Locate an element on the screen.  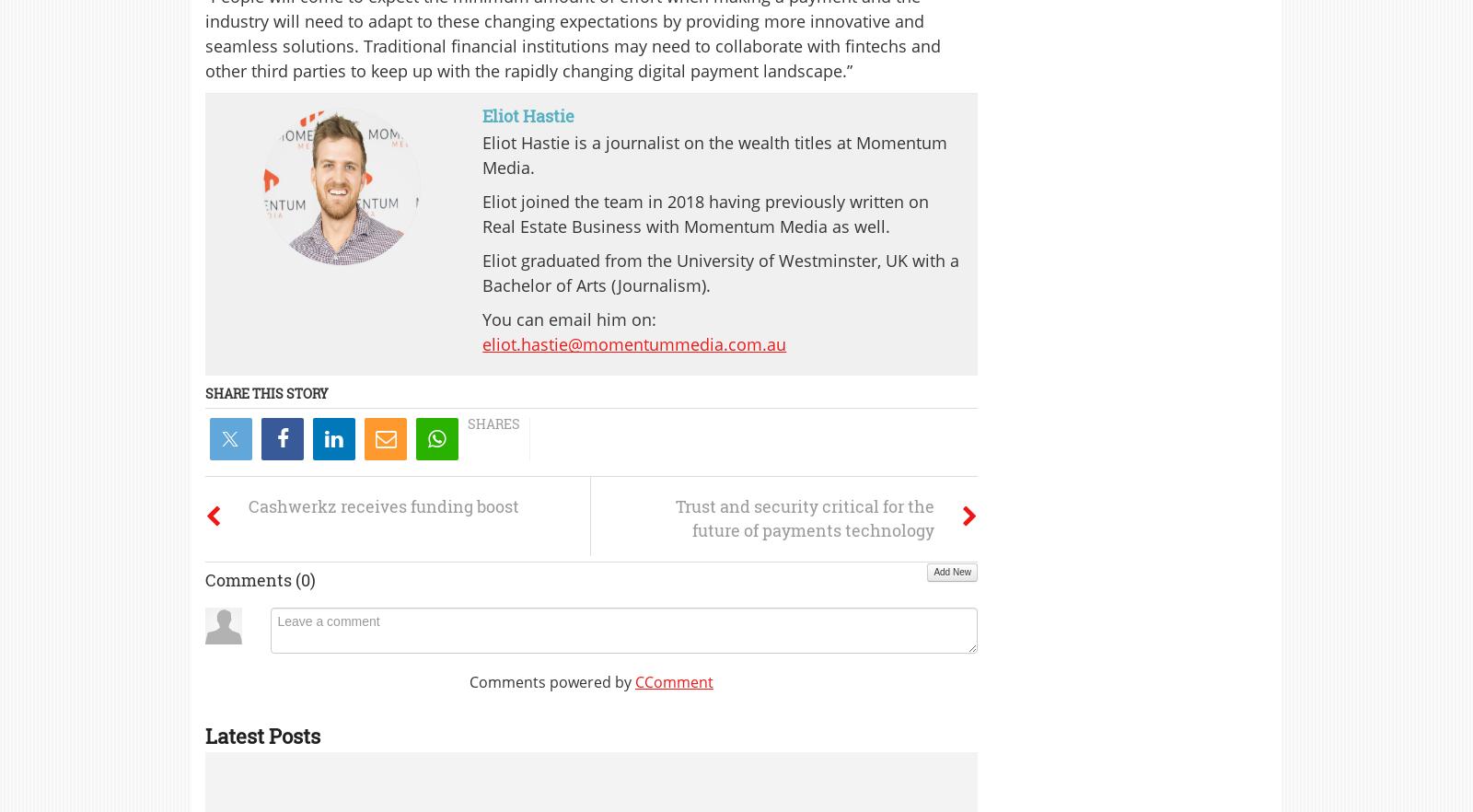
'CComment' is located at coordinates (673, 680).